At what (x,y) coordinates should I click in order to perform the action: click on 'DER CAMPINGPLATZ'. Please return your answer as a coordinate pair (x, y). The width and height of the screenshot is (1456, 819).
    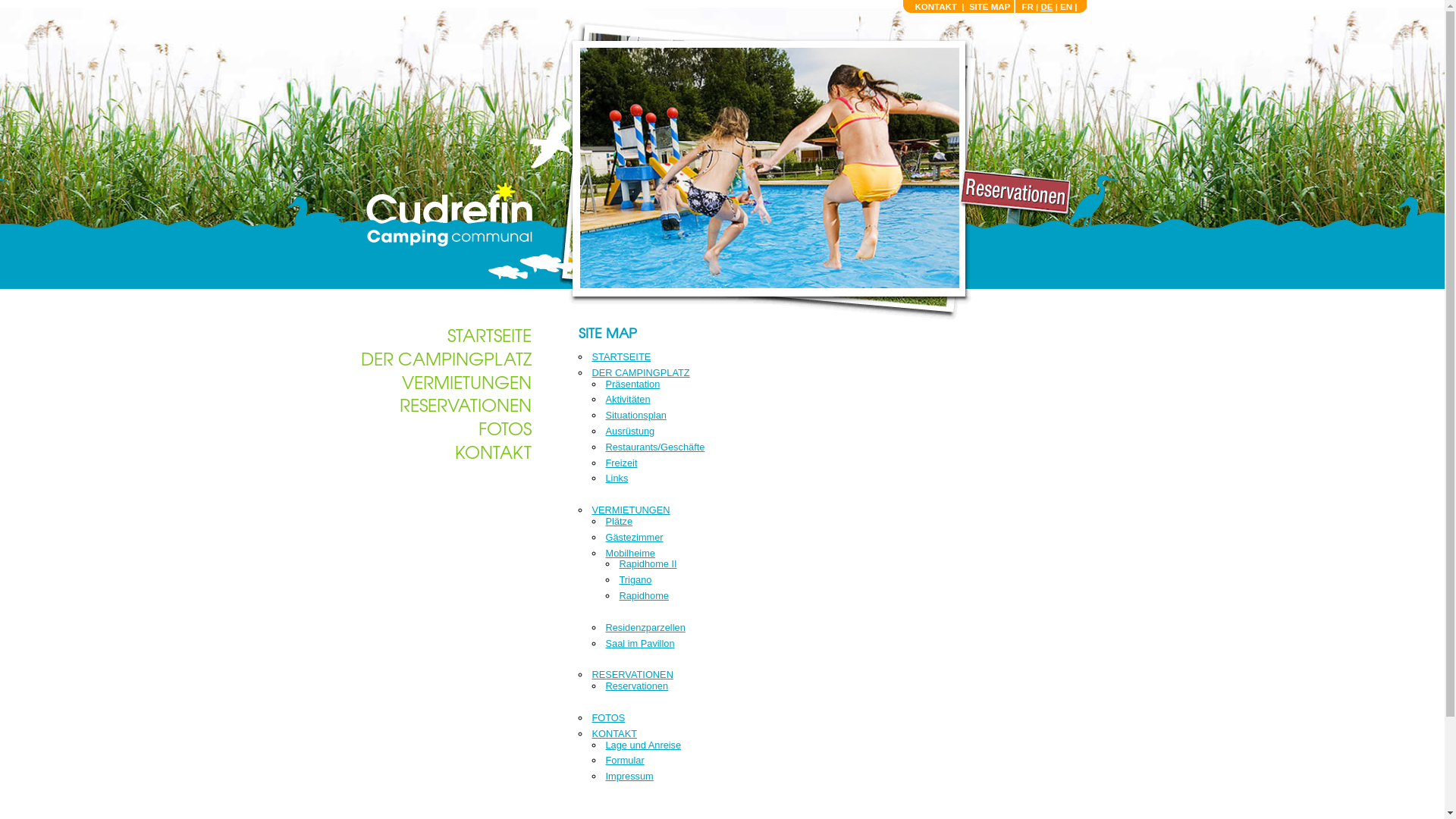
    Looking at the image, I should click on (640, 372).